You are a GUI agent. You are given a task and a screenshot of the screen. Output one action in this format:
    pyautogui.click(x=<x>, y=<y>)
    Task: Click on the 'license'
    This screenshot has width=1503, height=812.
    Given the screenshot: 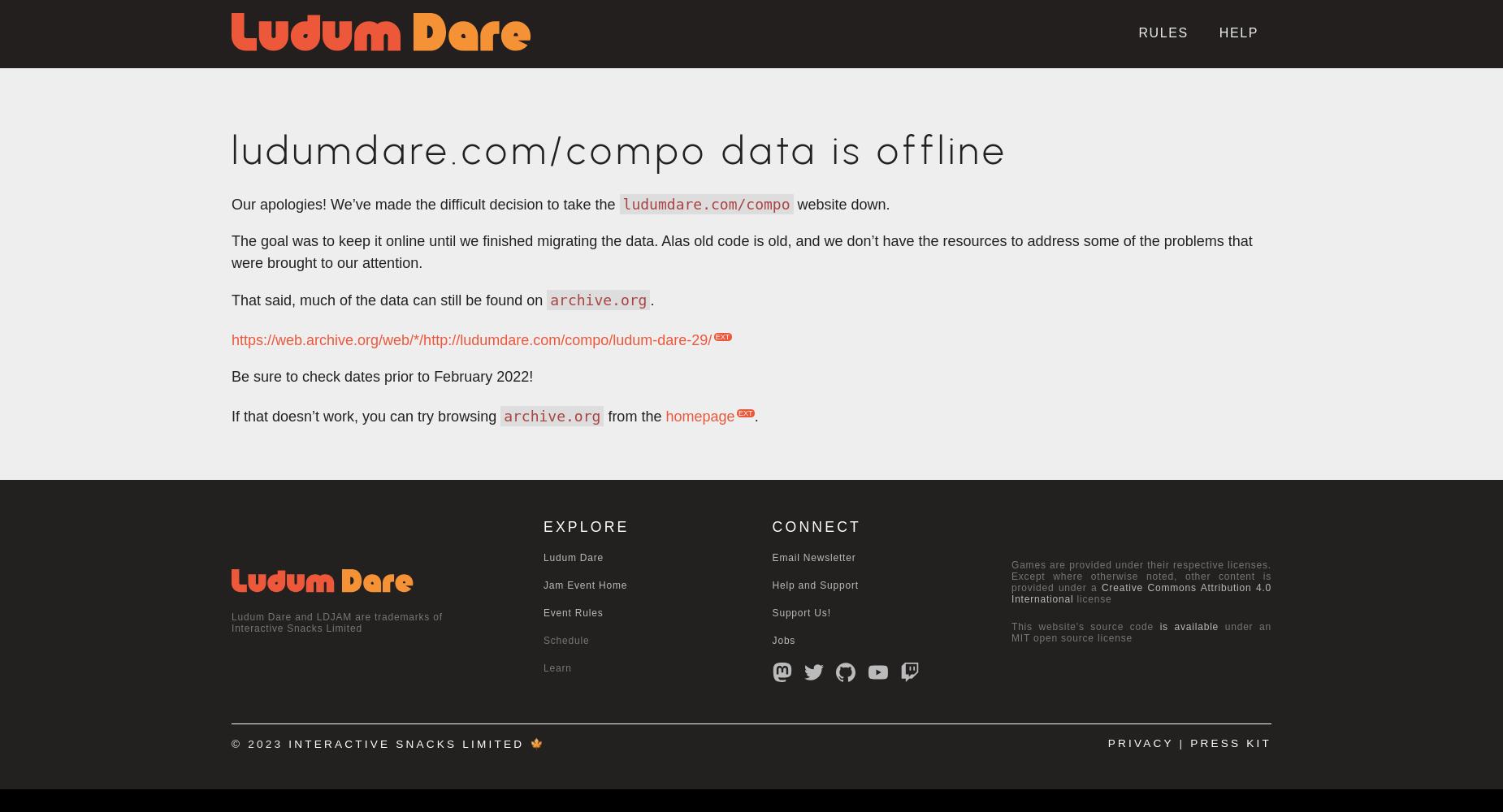 What is the action you would take?
    pyautogui.click(x=1091, y=598)
    